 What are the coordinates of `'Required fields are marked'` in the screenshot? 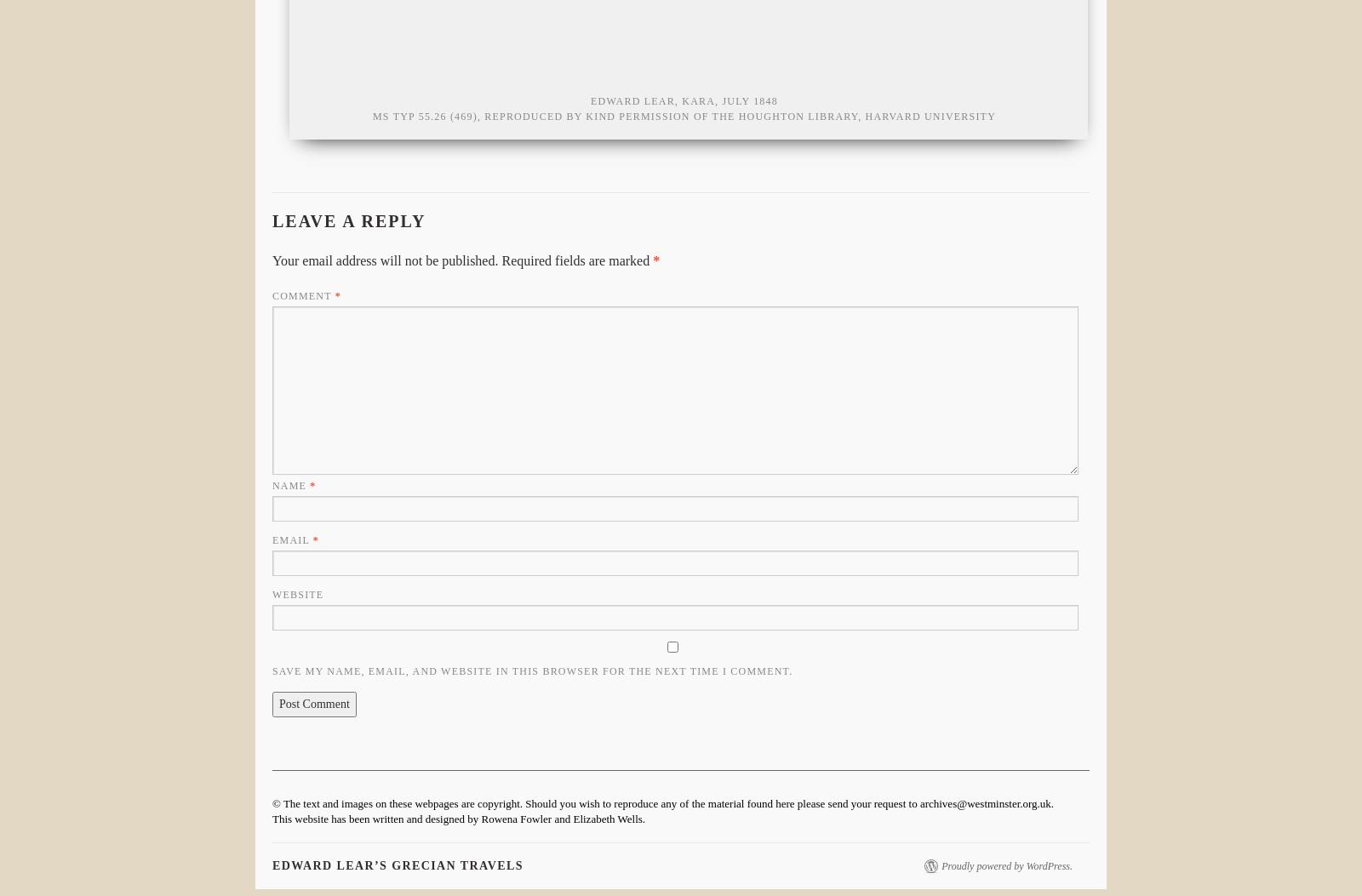 It's located at (576, 260).